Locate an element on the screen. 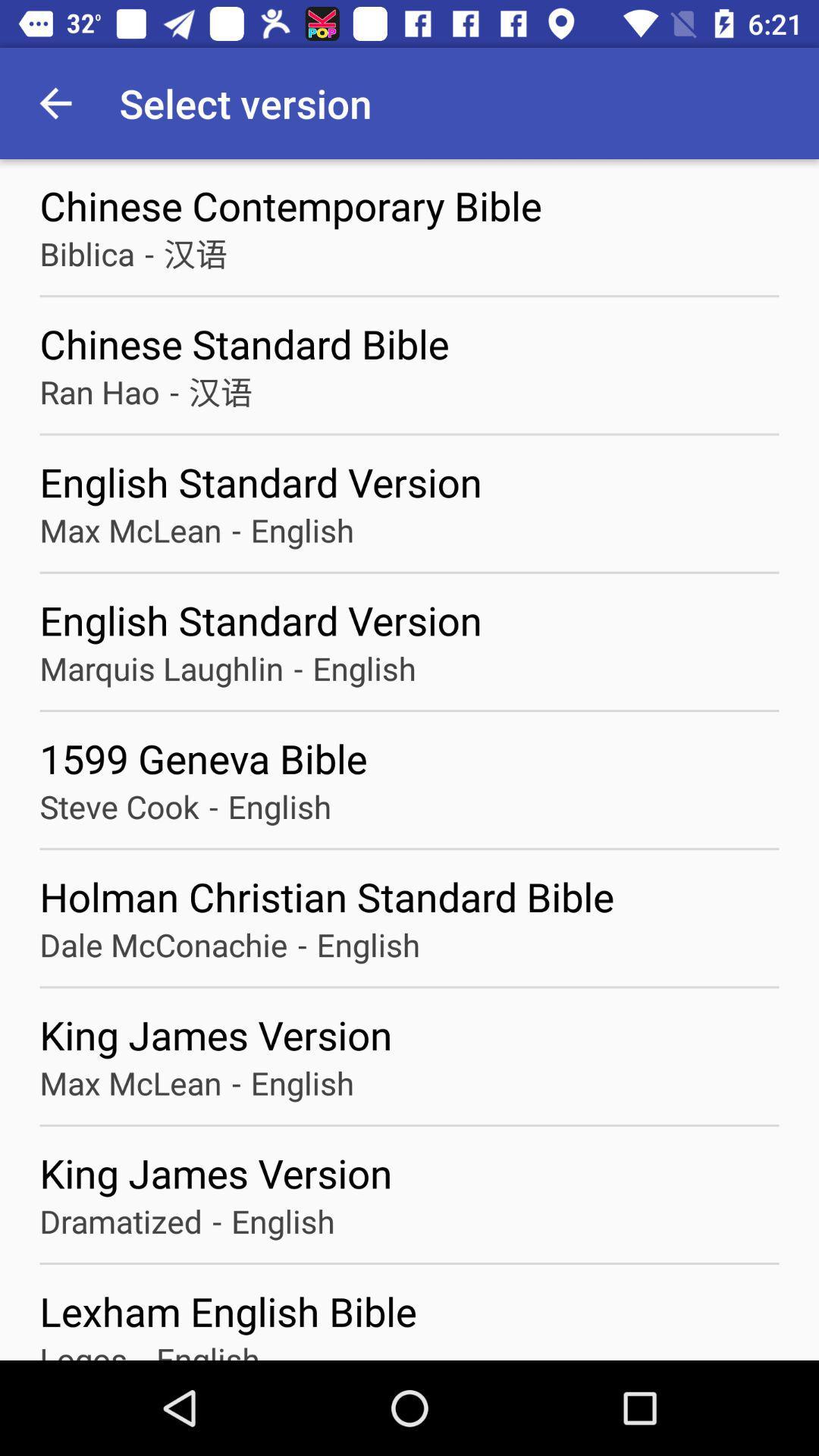  item below chinese standard bible item is located at coordinates (173, 391).